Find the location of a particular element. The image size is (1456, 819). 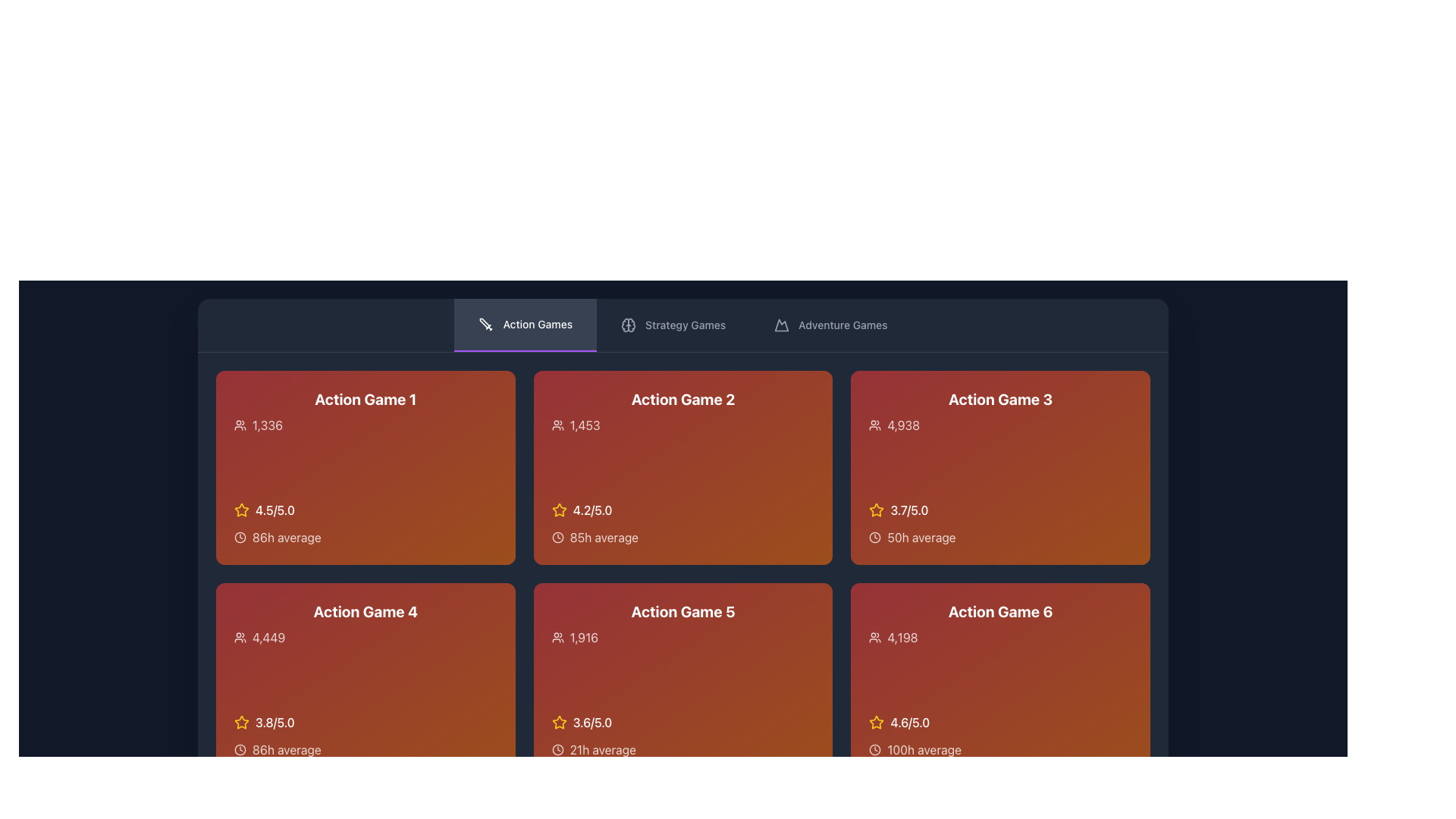

the icon indicating user count next to the text '1,453' in the card for 'Action Game 2' is located at coordinates (557, 425).